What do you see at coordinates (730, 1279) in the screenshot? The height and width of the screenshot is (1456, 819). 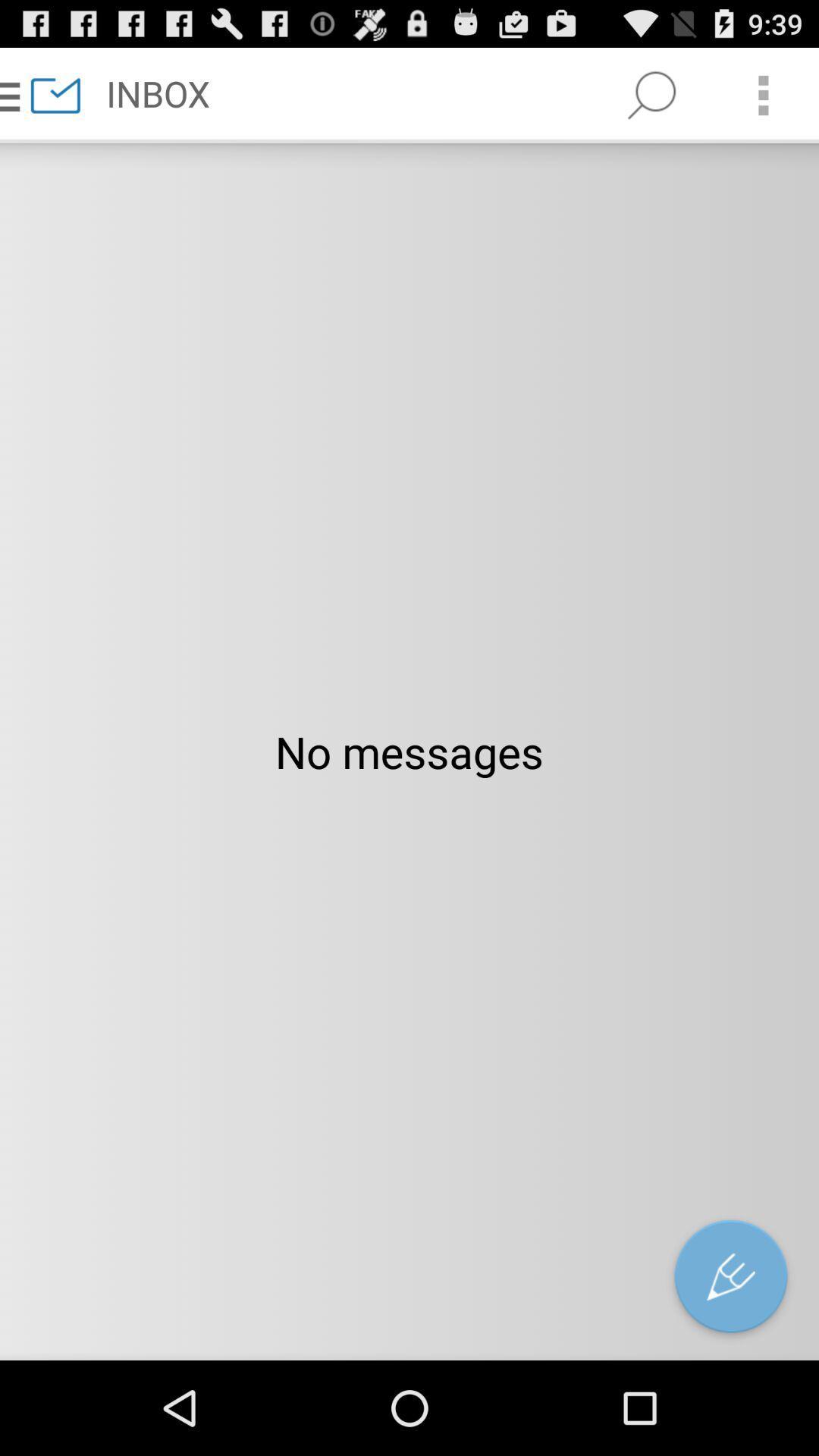 I see `write` at bounding box center [730, 1279].